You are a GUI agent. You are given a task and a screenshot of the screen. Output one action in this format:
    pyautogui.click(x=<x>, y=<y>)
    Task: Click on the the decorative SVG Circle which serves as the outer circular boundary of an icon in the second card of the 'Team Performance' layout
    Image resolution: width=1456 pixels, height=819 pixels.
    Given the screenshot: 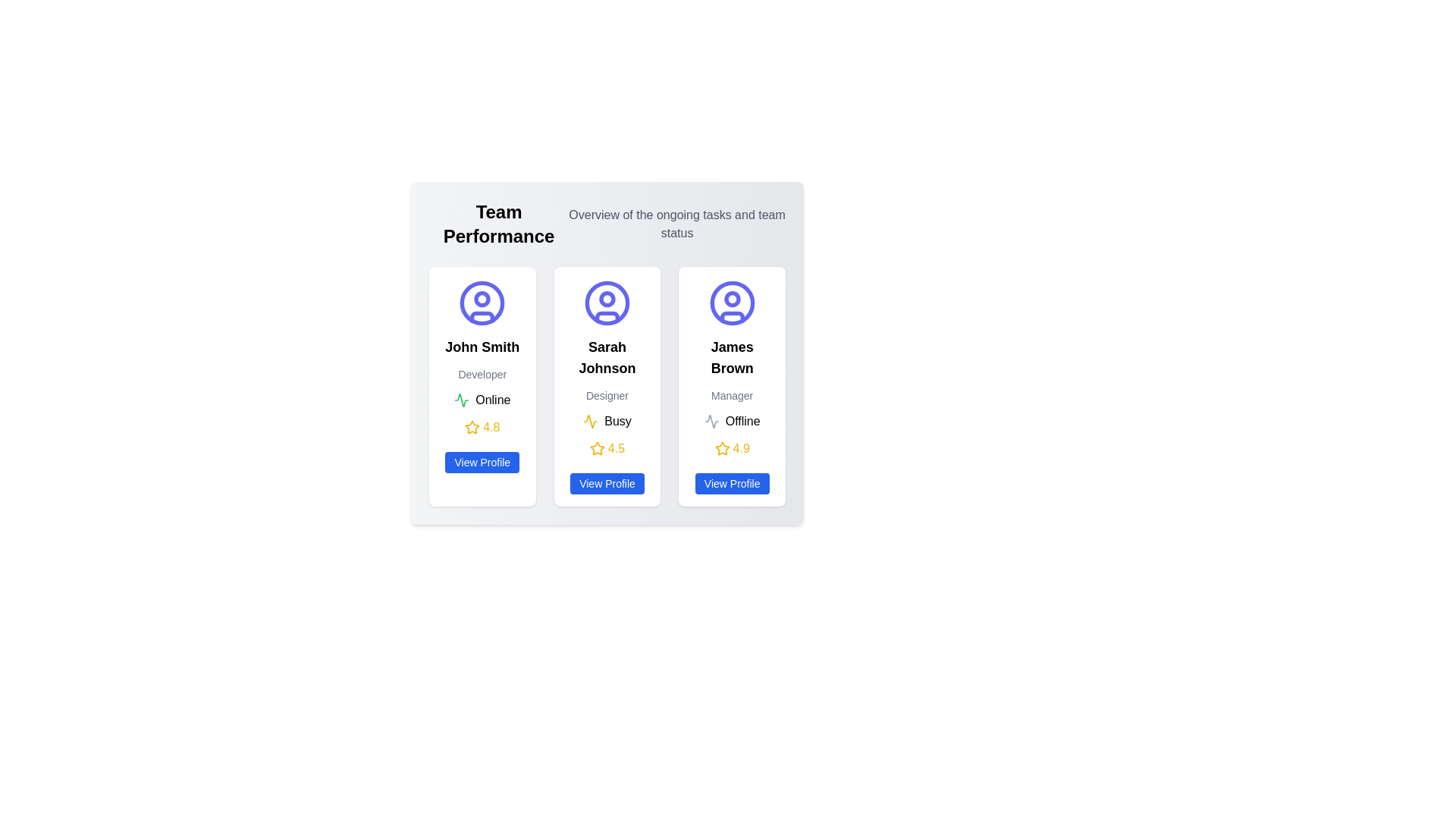 What is the action you would take?
    pyautogui.click(x=607, y=303)
    